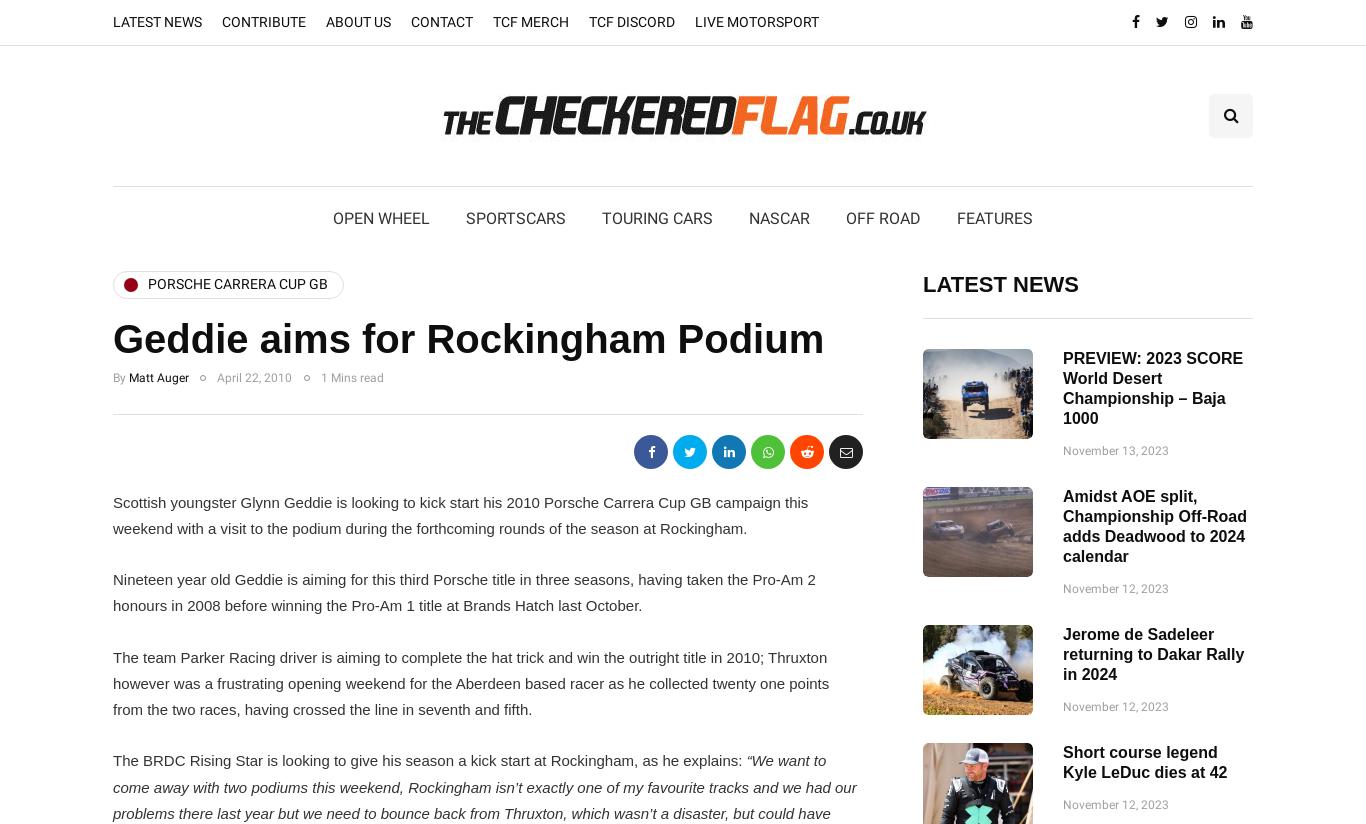  Describe the element at coordinates (470, 683) in the screenshot. I see `'The team Parker Racing driver is aiming to complete the hat trick and win the outright title in 2010; Thruxton however was a frustrating opening weekend for the Aberdeen based racer as he collected twenty one points from the two races, having crossed the line in seventh and fifth.'` at that location.